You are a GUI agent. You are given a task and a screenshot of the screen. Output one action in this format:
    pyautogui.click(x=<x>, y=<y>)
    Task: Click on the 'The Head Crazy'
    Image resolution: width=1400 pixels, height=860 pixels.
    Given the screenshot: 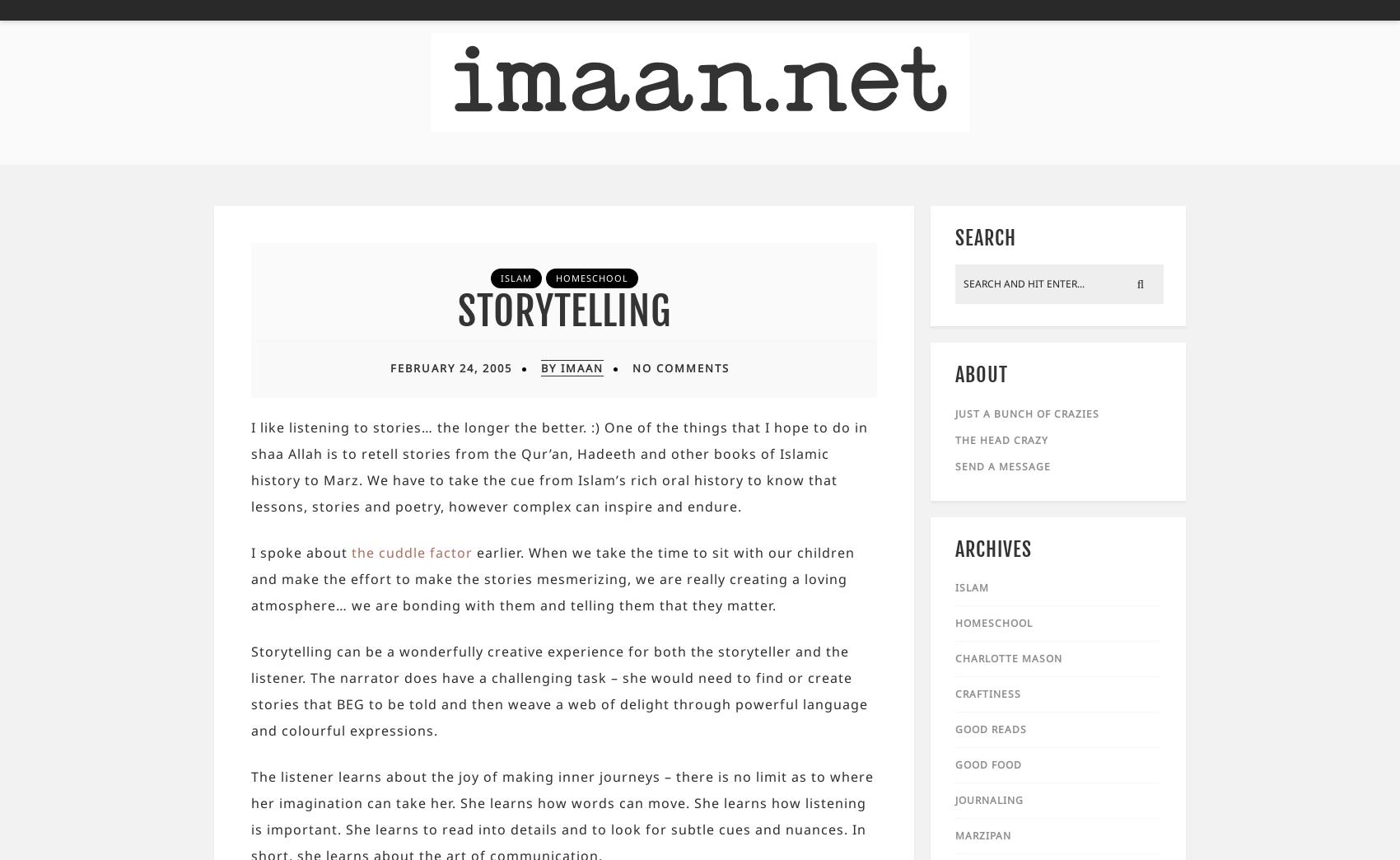 What is the action you would take?
    pyautogui.click(x=1001, y=438)
    